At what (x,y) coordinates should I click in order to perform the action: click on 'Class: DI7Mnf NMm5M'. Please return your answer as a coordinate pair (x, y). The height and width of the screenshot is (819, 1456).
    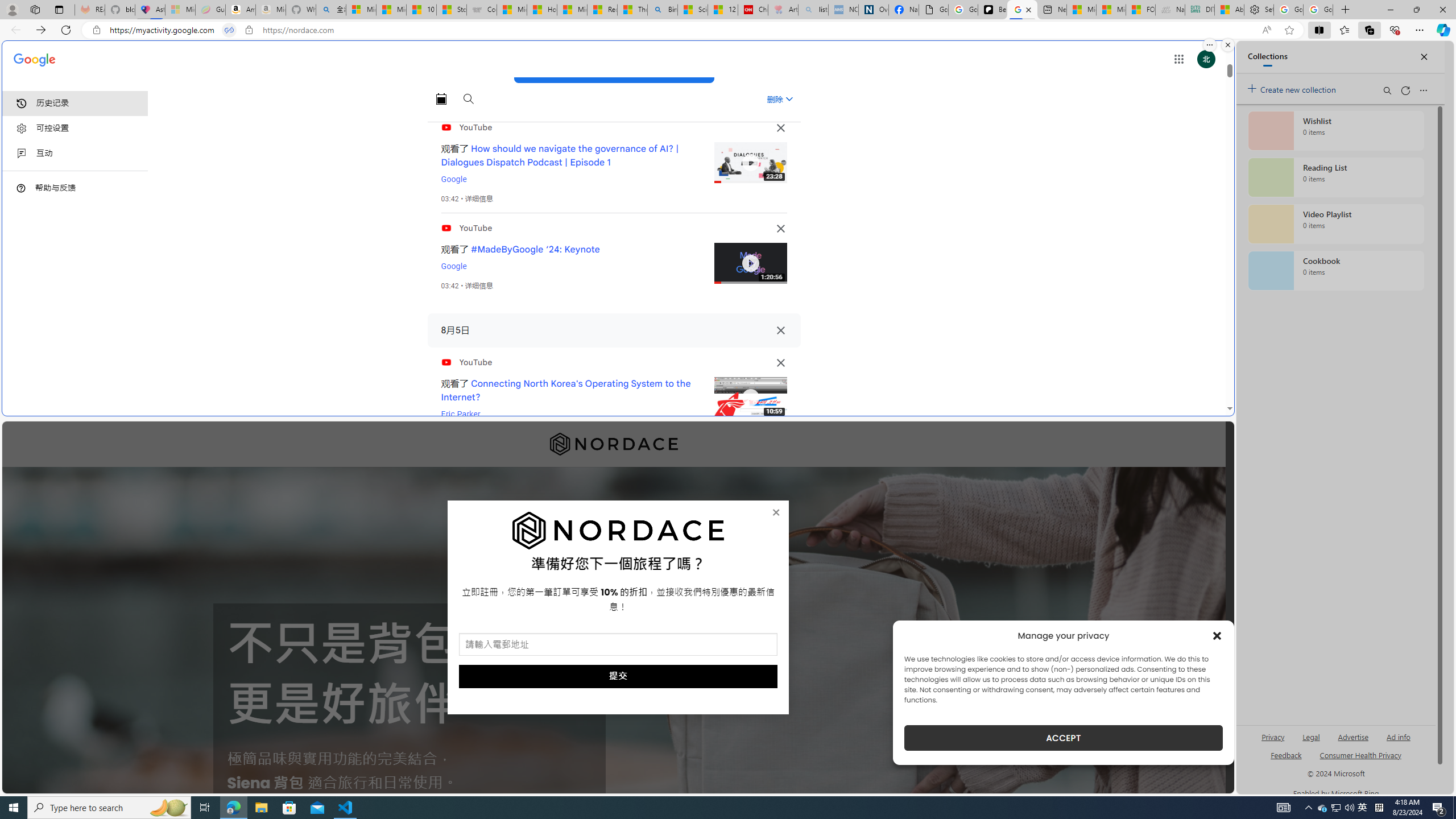
    Looking at the image, I should click on (780, 330).